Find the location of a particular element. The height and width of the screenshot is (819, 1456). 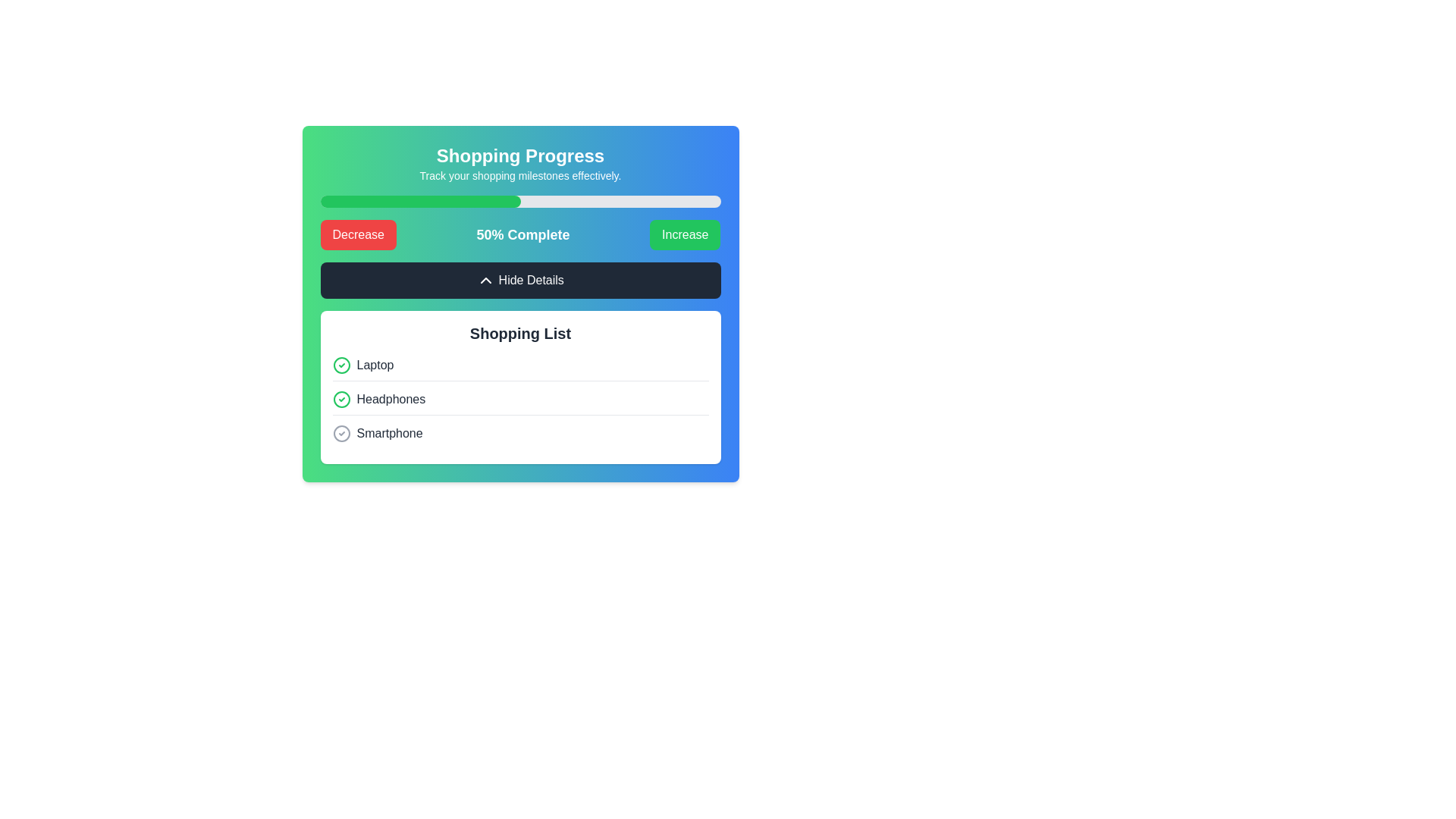

the circular vector graphic icon that visually represents the status of the 'Laptop' item in the 'Shopping List', positioned to the left of the 'Laptop' label is located at coordinates (340, 366).